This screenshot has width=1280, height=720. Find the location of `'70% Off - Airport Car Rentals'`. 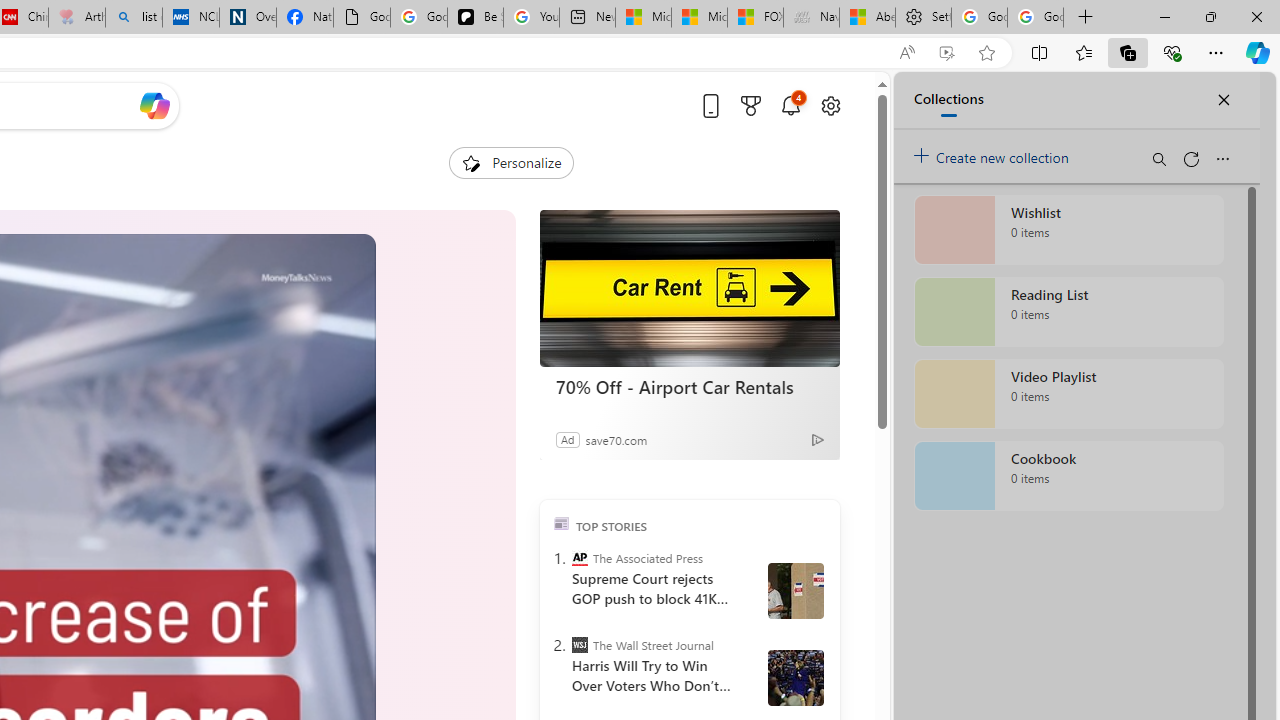

'70% Off - Airport Car Rentals' is located at coordinates (689, 387).